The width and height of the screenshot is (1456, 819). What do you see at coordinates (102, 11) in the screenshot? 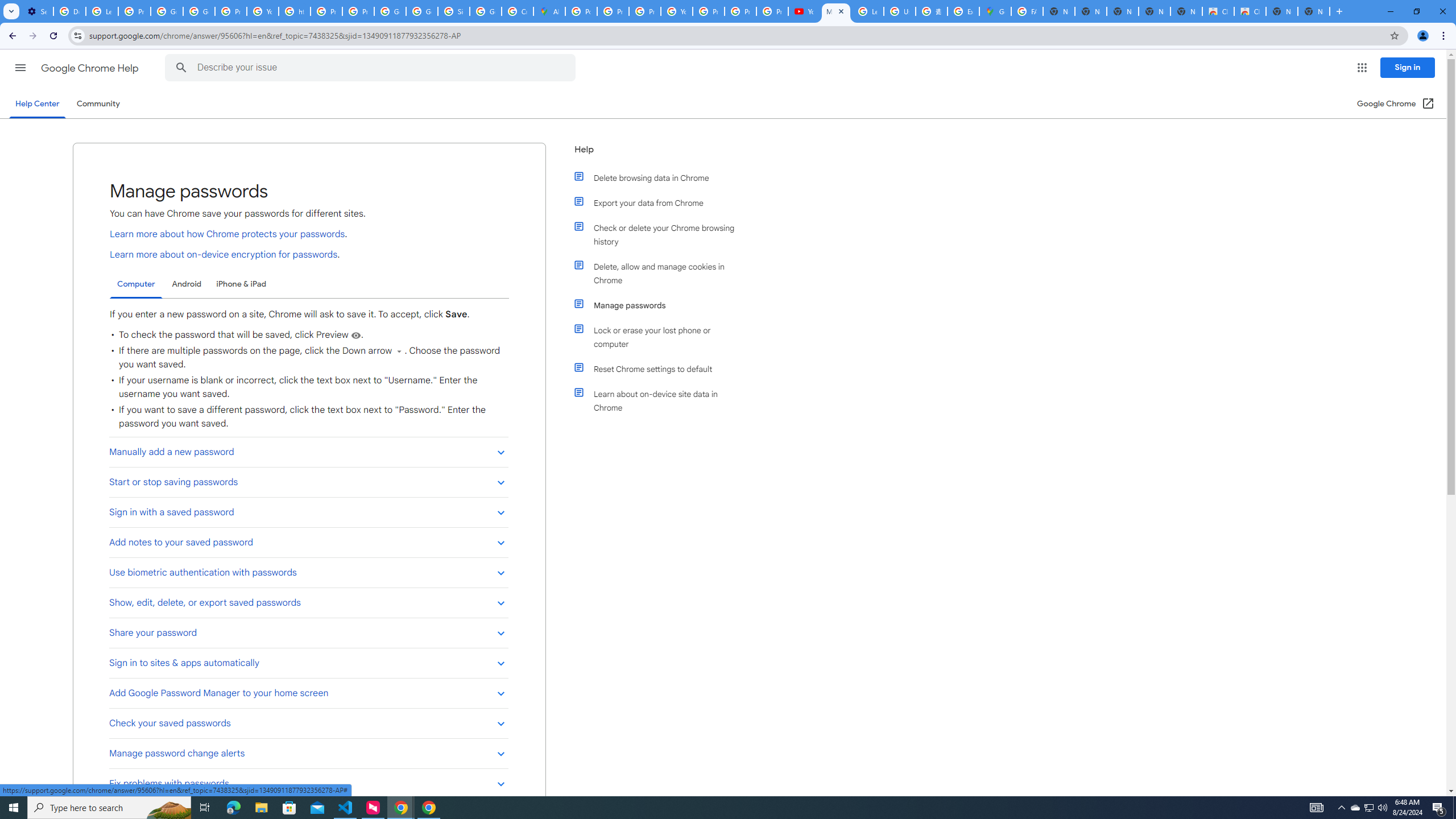
I see `'Learn how to find your photos - Google Photos Help'` at bounding box center [102, 11].